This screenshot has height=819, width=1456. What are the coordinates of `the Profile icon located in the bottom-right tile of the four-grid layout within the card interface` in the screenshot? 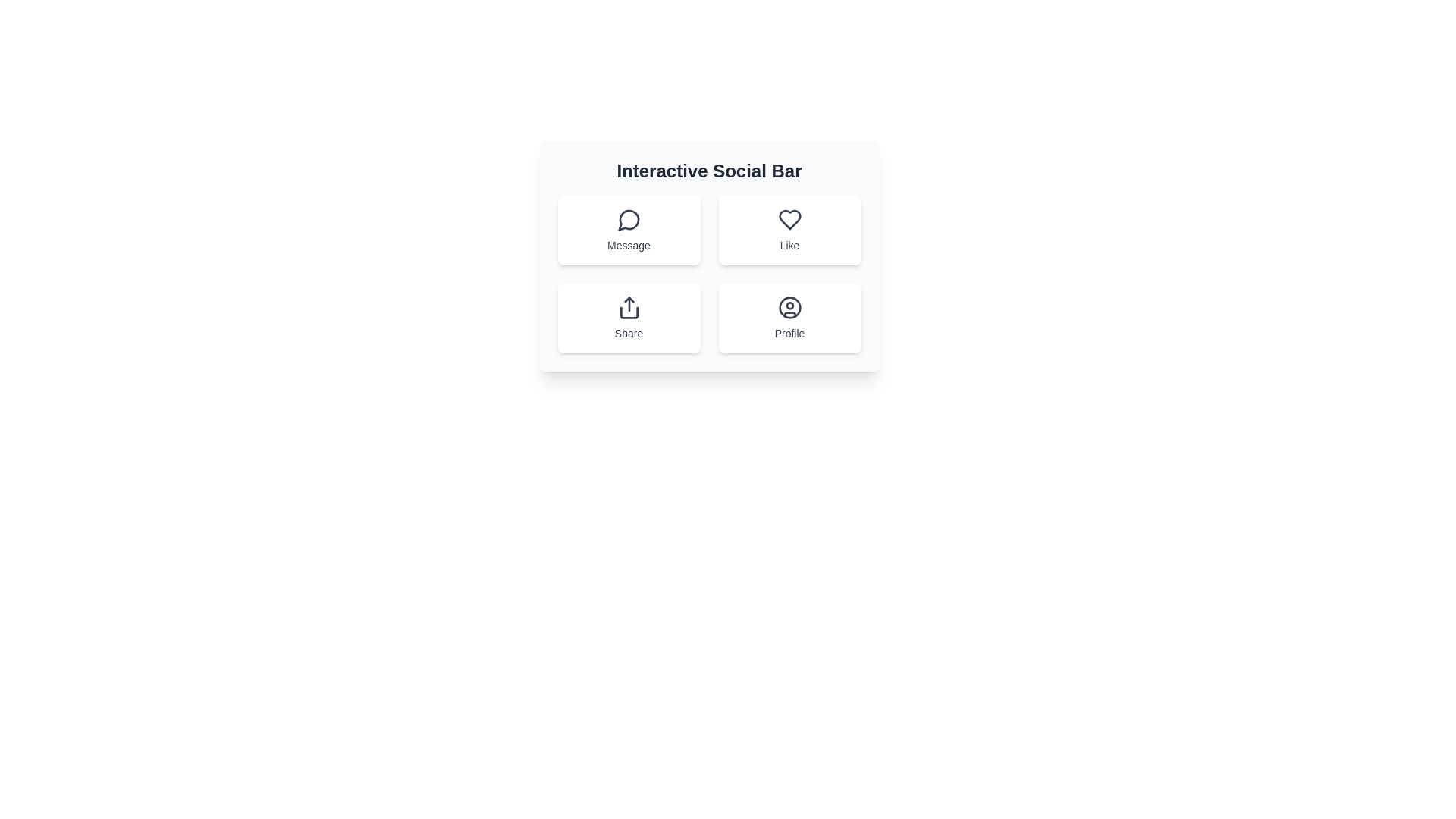 It's located at (789, 307).